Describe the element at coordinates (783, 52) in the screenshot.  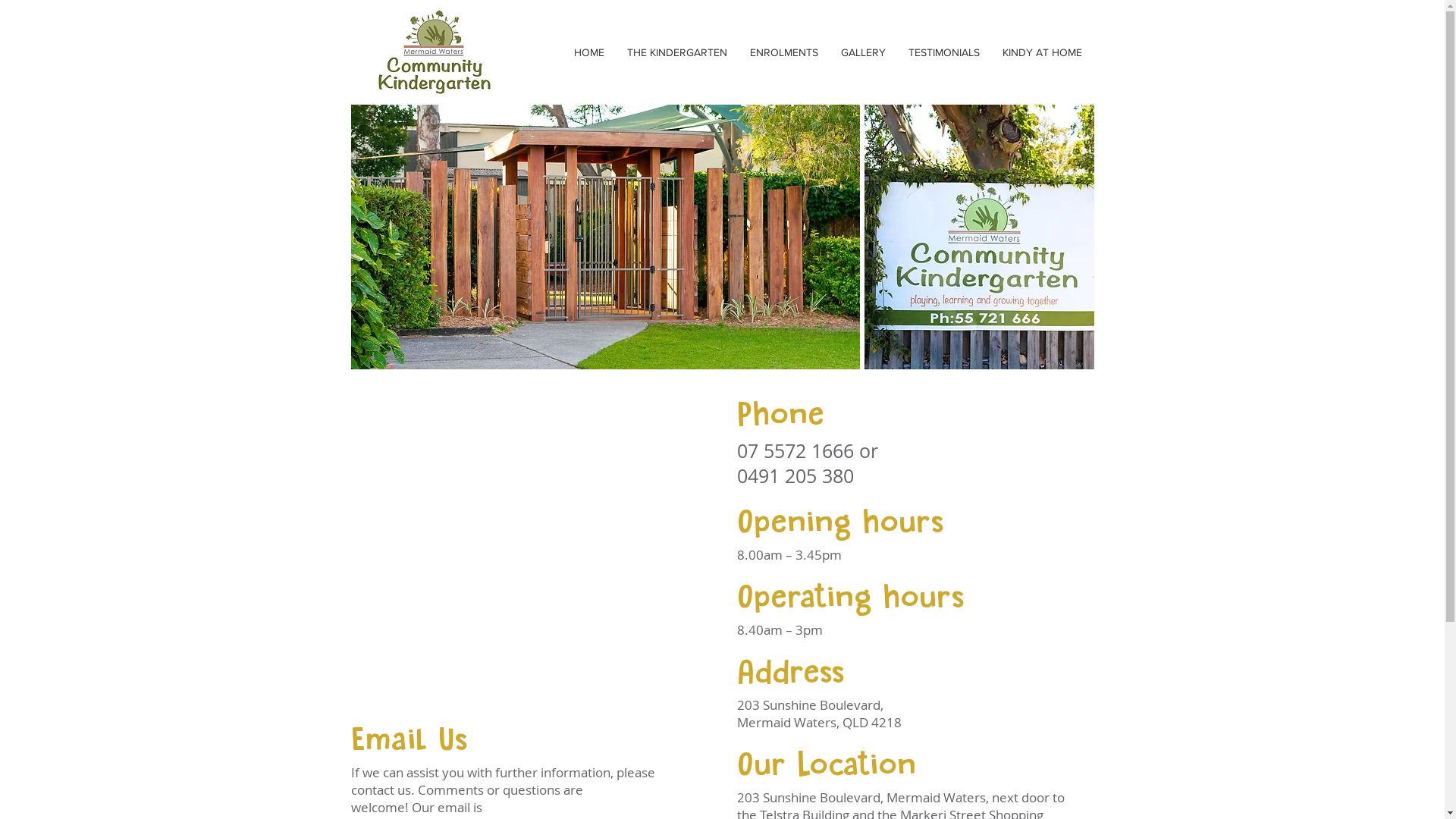
I see `'ENROLMENTS'` at that location.